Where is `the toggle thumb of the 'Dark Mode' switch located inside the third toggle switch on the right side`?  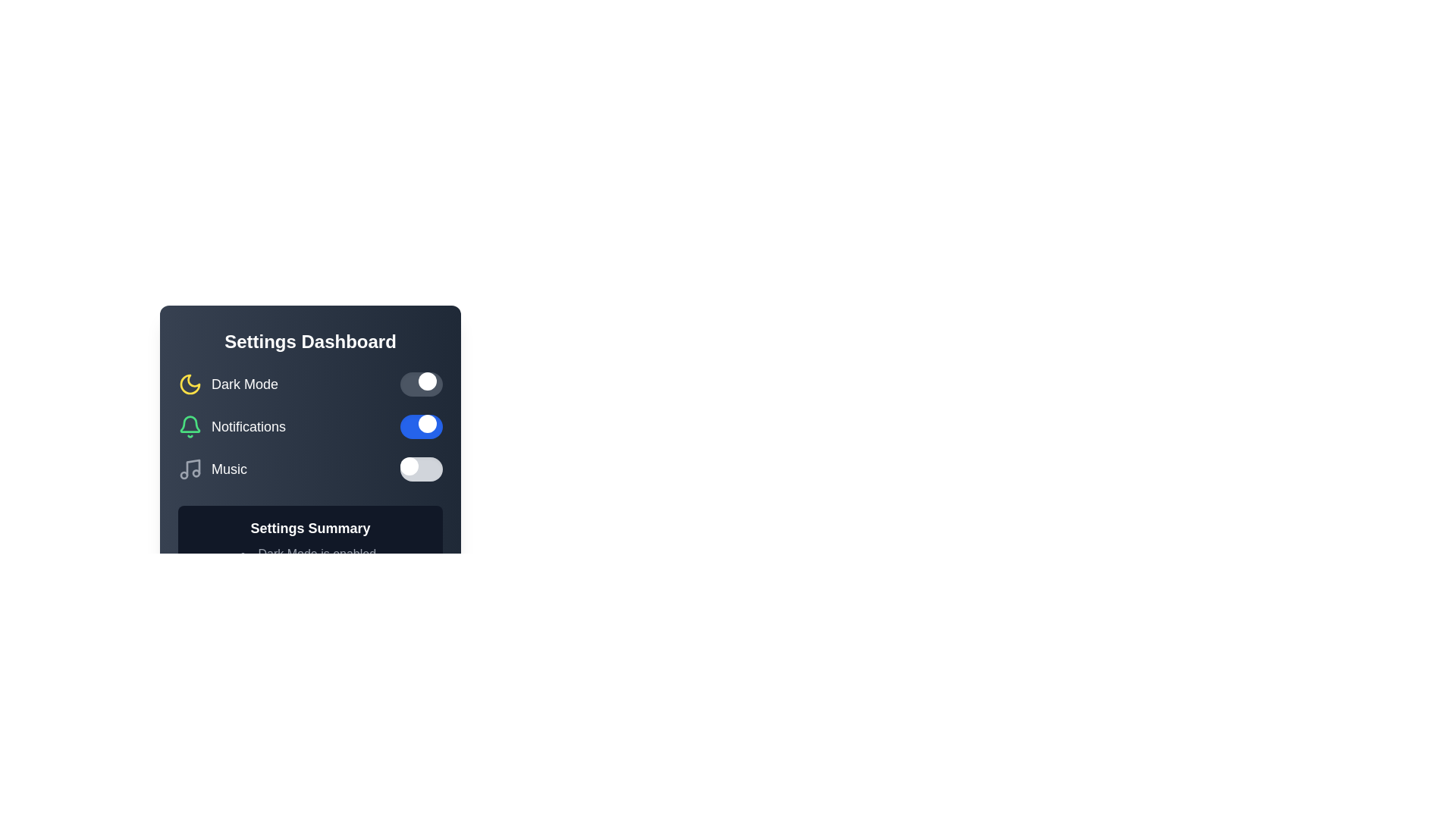 the toggle thumb of the 'Dark Mode' switch located inside the third toggle switch on the right side is located at coordinates (427, 380).